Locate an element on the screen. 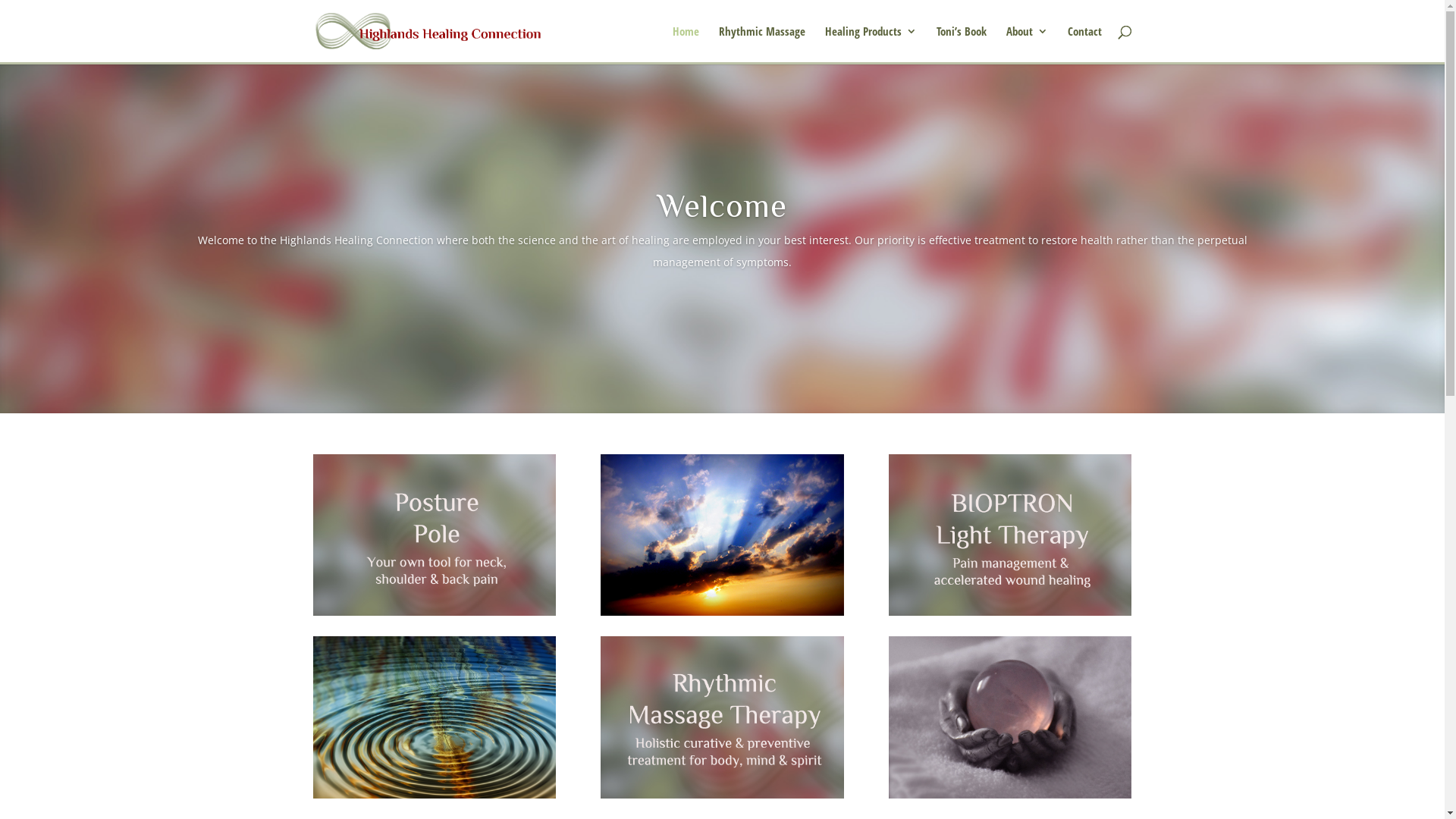 Image resolution: width=1456 pixels, height=819 pixels. 'Contact' is located at coordinates (1084, 42).